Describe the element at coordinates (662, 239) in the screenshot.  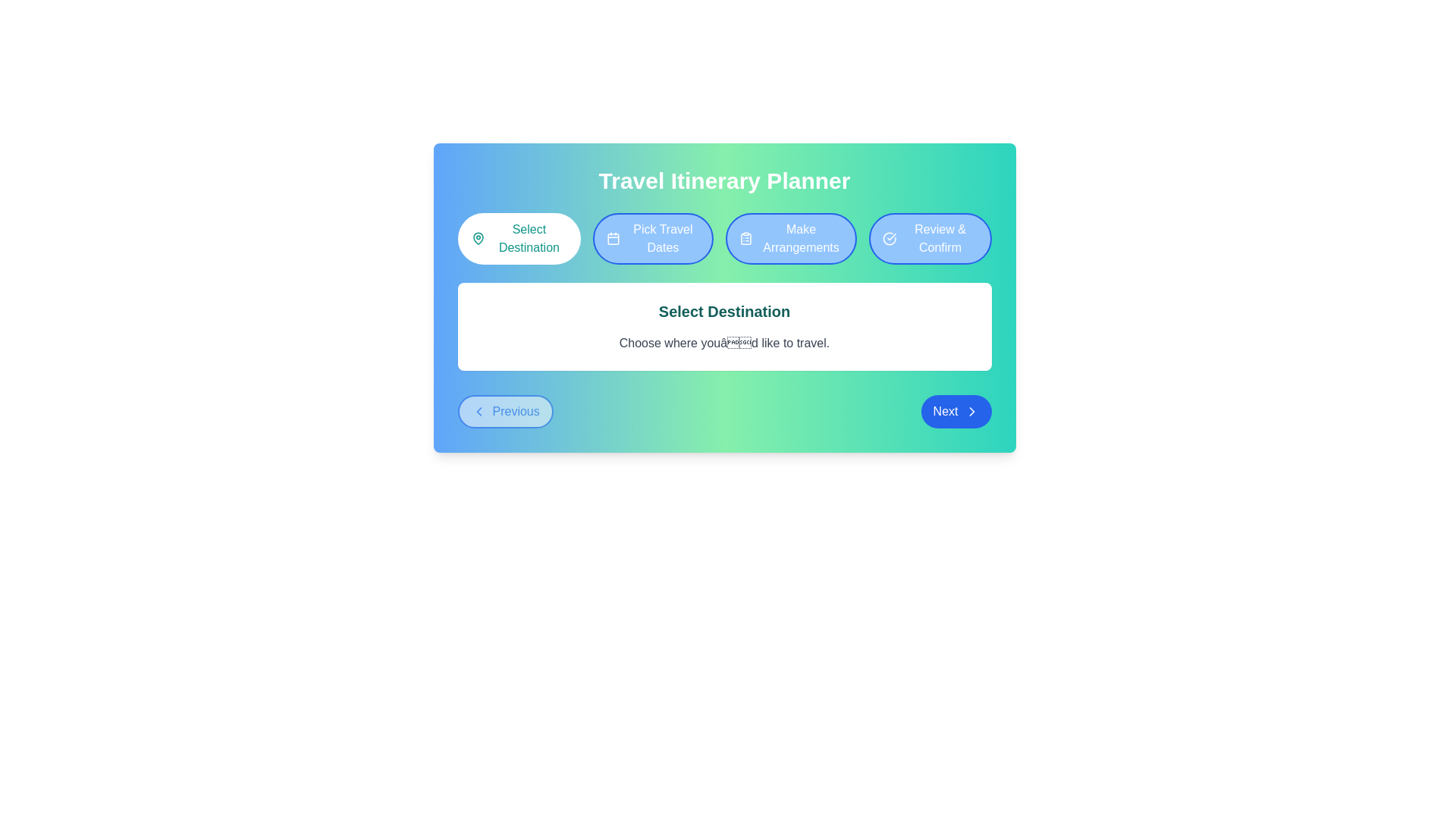
I see `the 'Pick Travel Dates' button, which is the second button in a row of four, styled with white text on a blue background and includes a calendar icon` at that location.